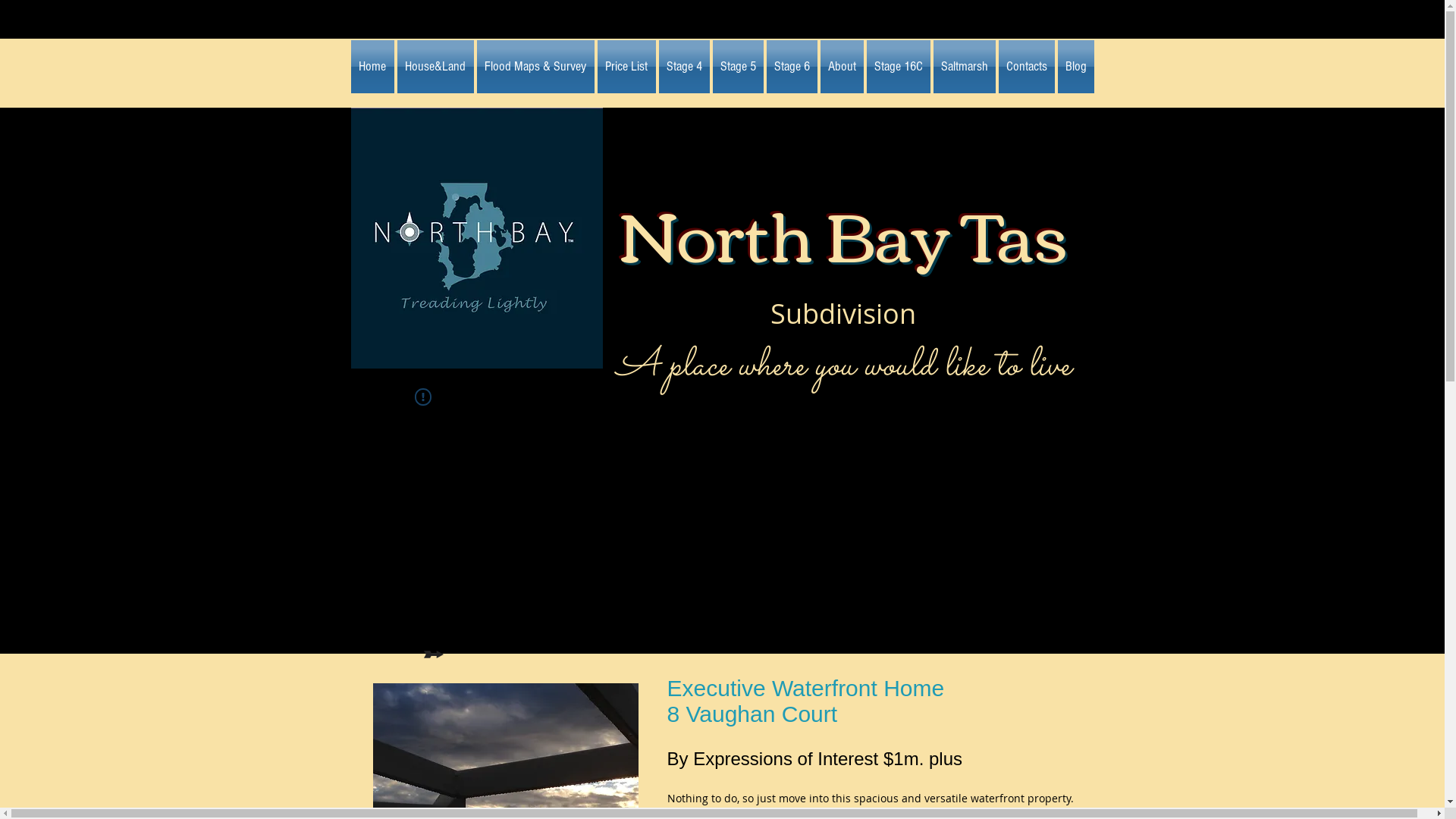 This screenshot has width=1456, height=819. I want to click on 'Stage 4', so click(656, 66).